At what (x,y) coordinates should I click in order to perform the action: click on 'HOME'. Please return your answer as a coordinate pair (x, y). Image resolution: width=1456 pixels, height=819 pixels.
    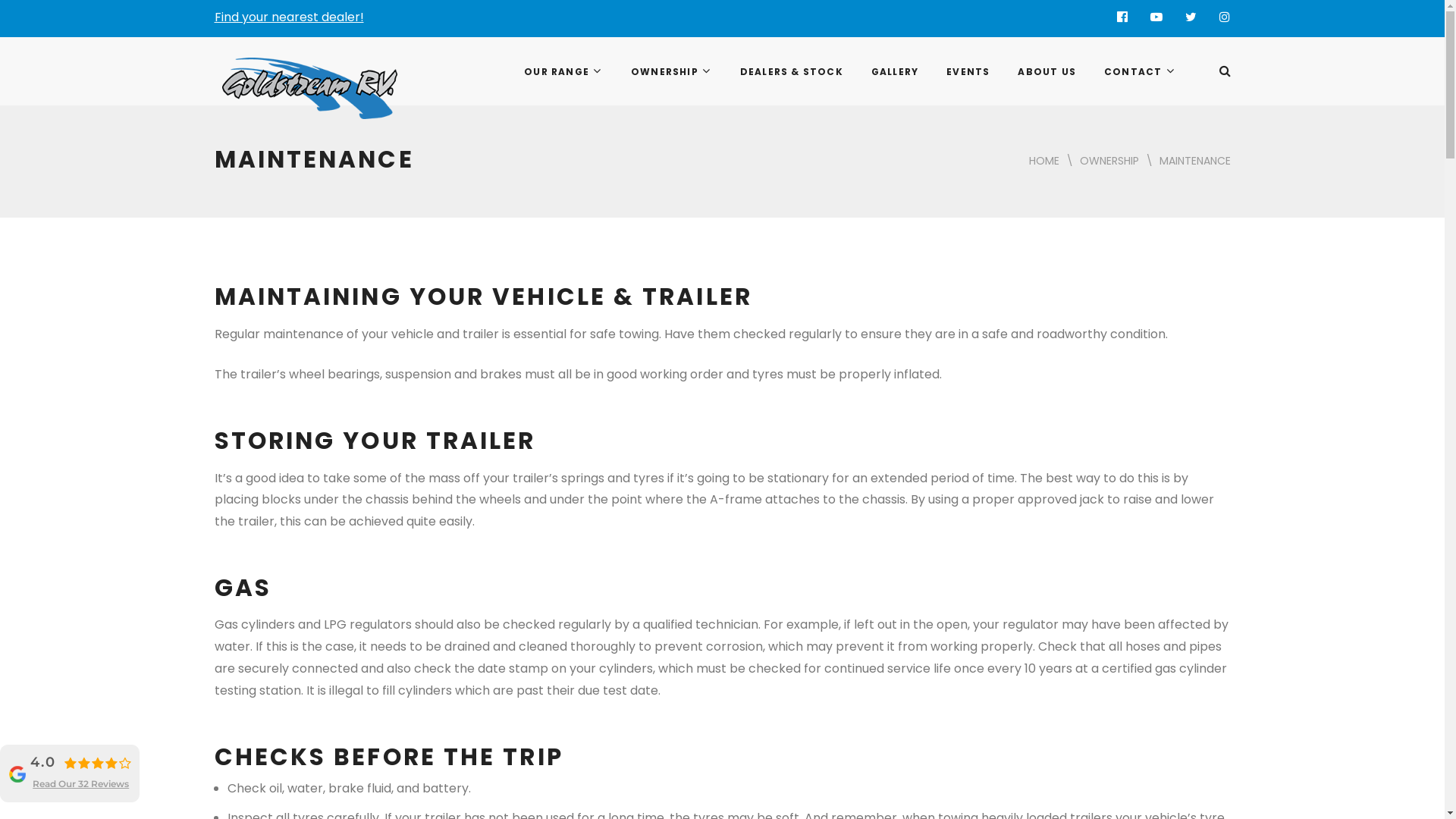
    Looking at the image, I should click on (1043, 161).